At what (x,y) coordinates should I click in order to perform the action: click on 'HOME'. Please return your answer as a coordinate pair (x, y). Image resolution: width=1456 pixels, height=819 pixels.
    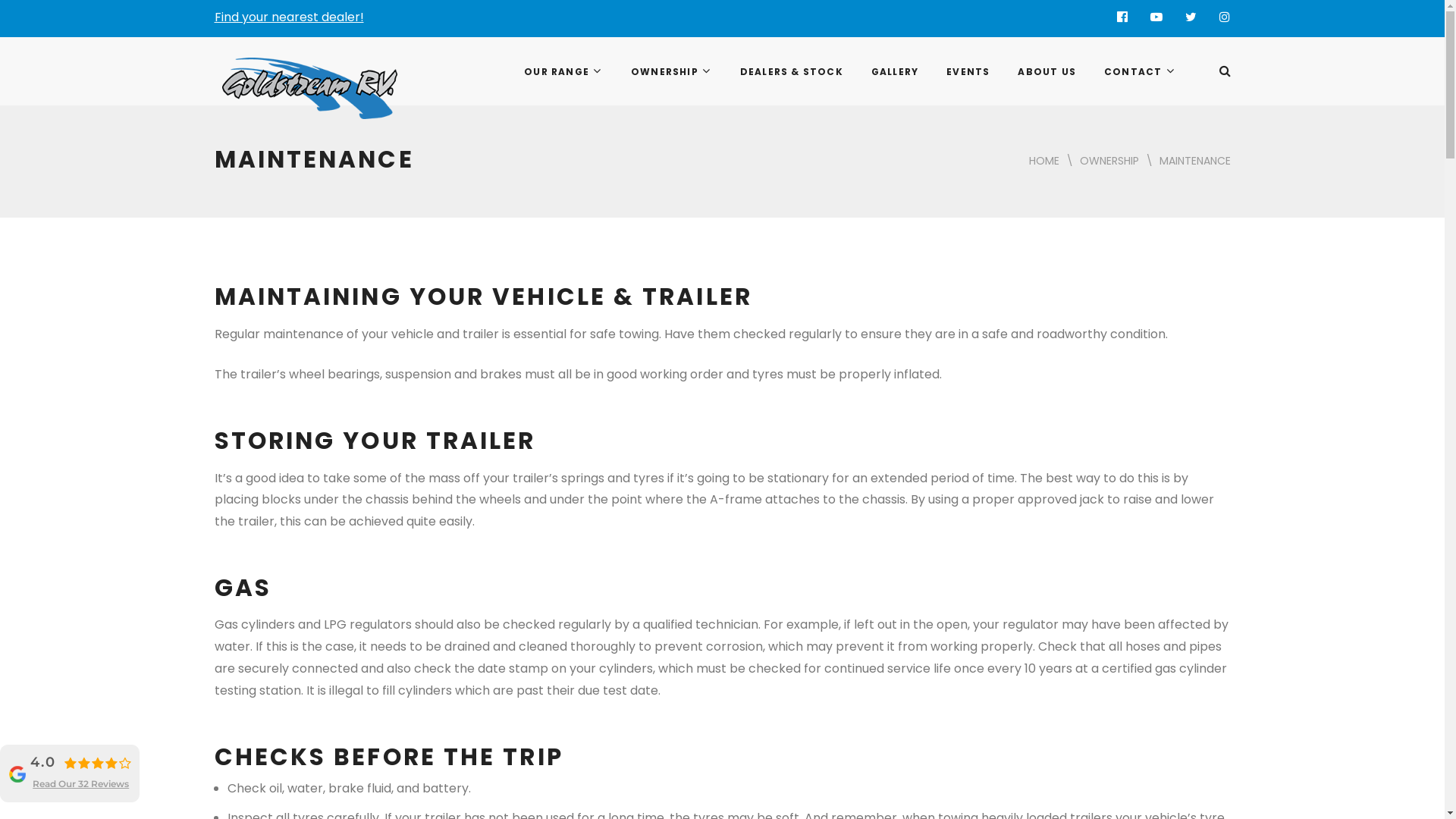
    Looking at the image, I should click on (1043, 161).